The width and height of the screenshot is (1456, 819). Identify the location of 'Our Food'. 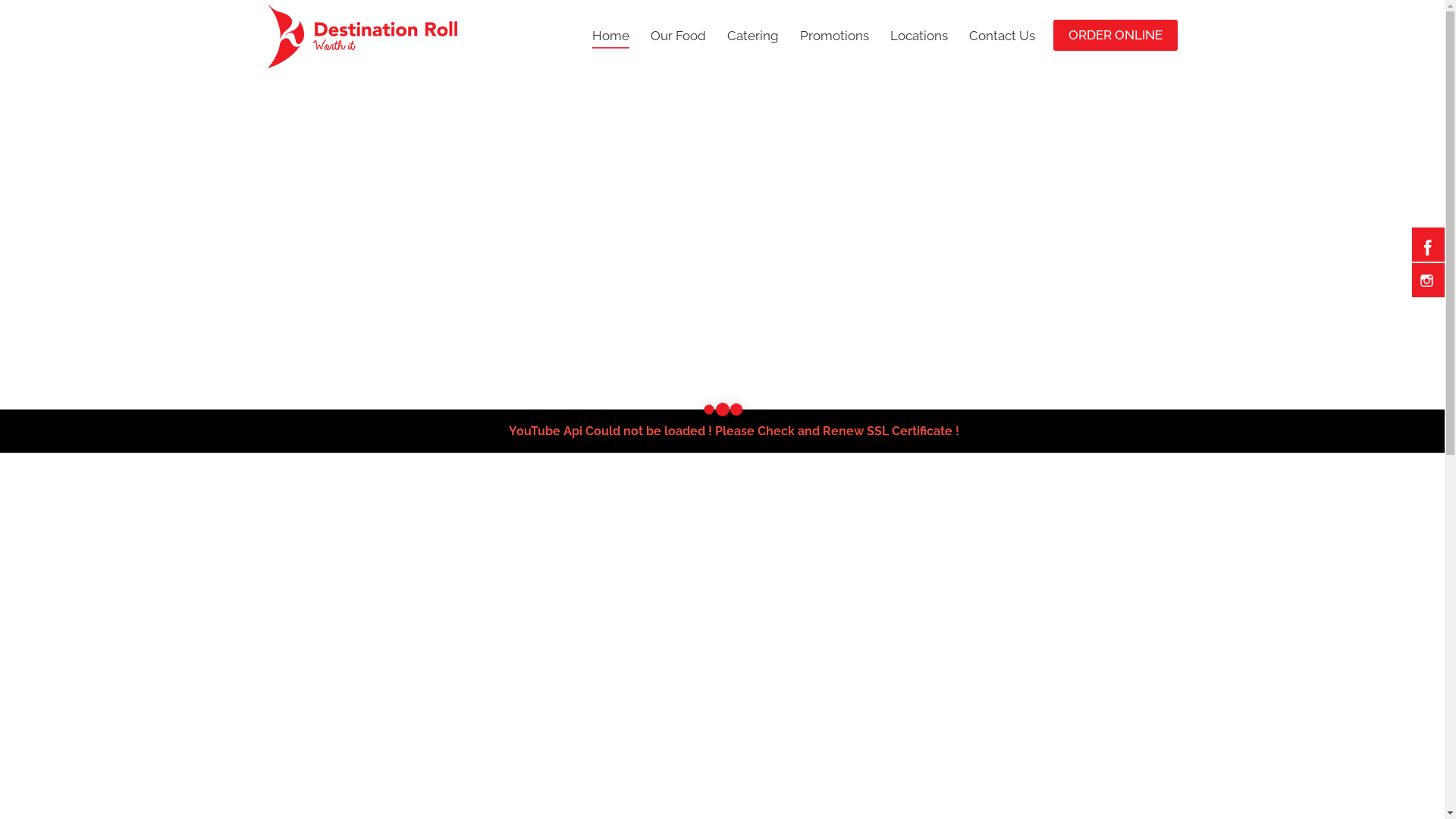
(677, 35).